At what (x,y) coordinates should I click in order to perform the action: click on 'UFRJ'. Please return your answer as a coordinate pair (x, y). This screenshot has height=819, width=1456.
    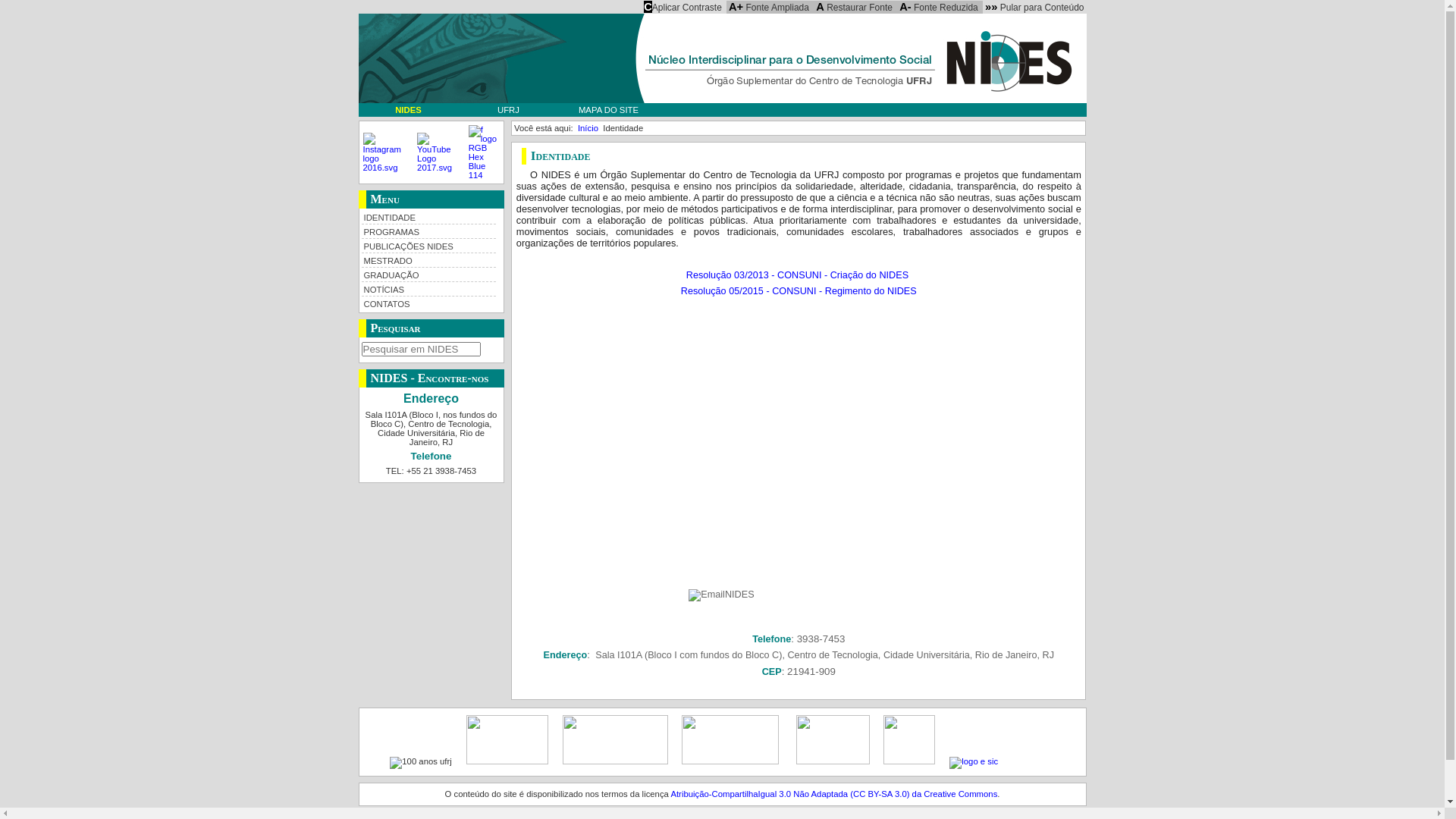
    Looking at the image, I should click on (457, 109).